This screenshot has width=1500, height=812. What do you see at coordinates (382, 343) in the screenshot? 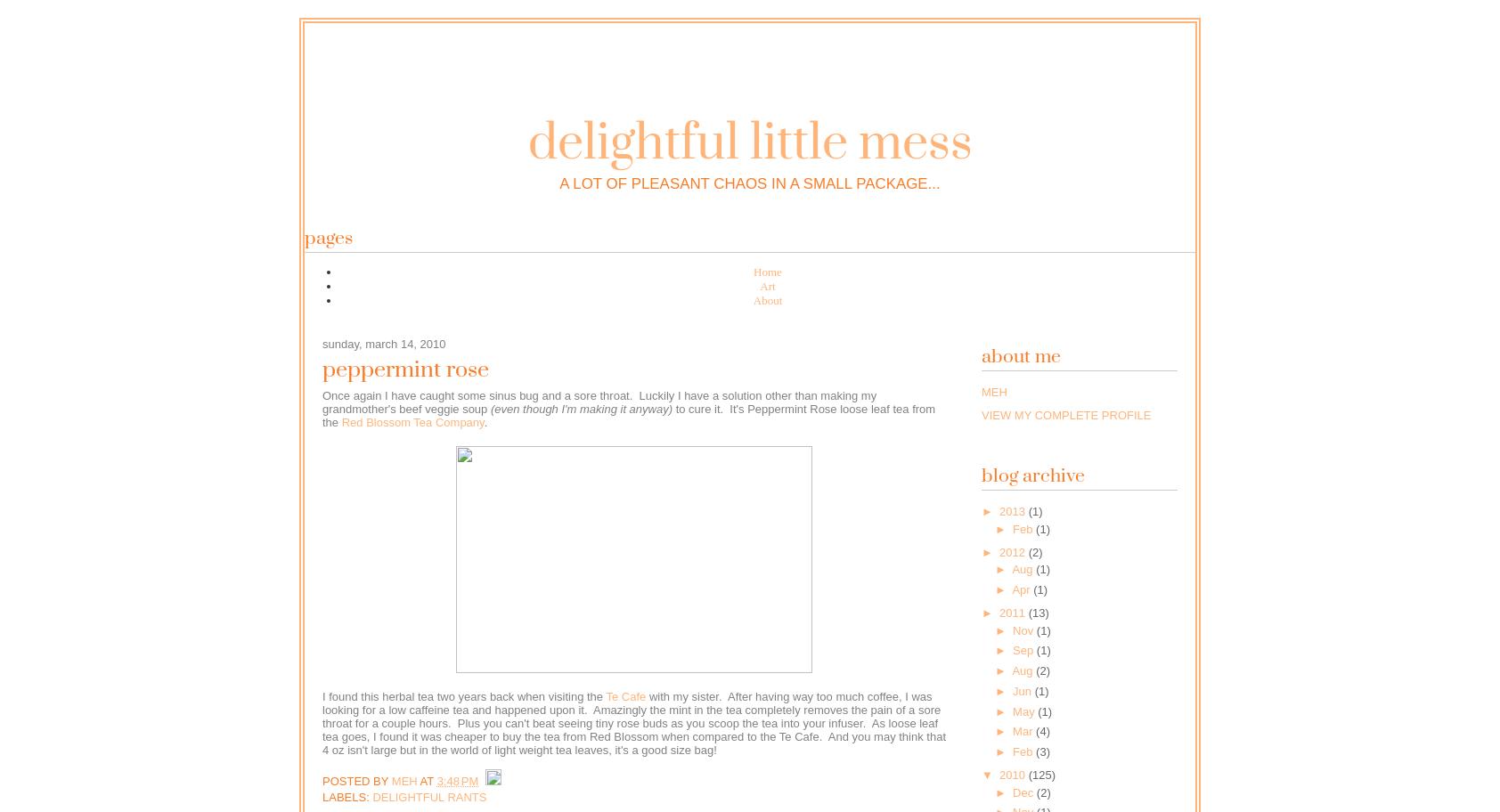
I see `'Sunday, March 14, 2010'` at bounding box center [382, 343].